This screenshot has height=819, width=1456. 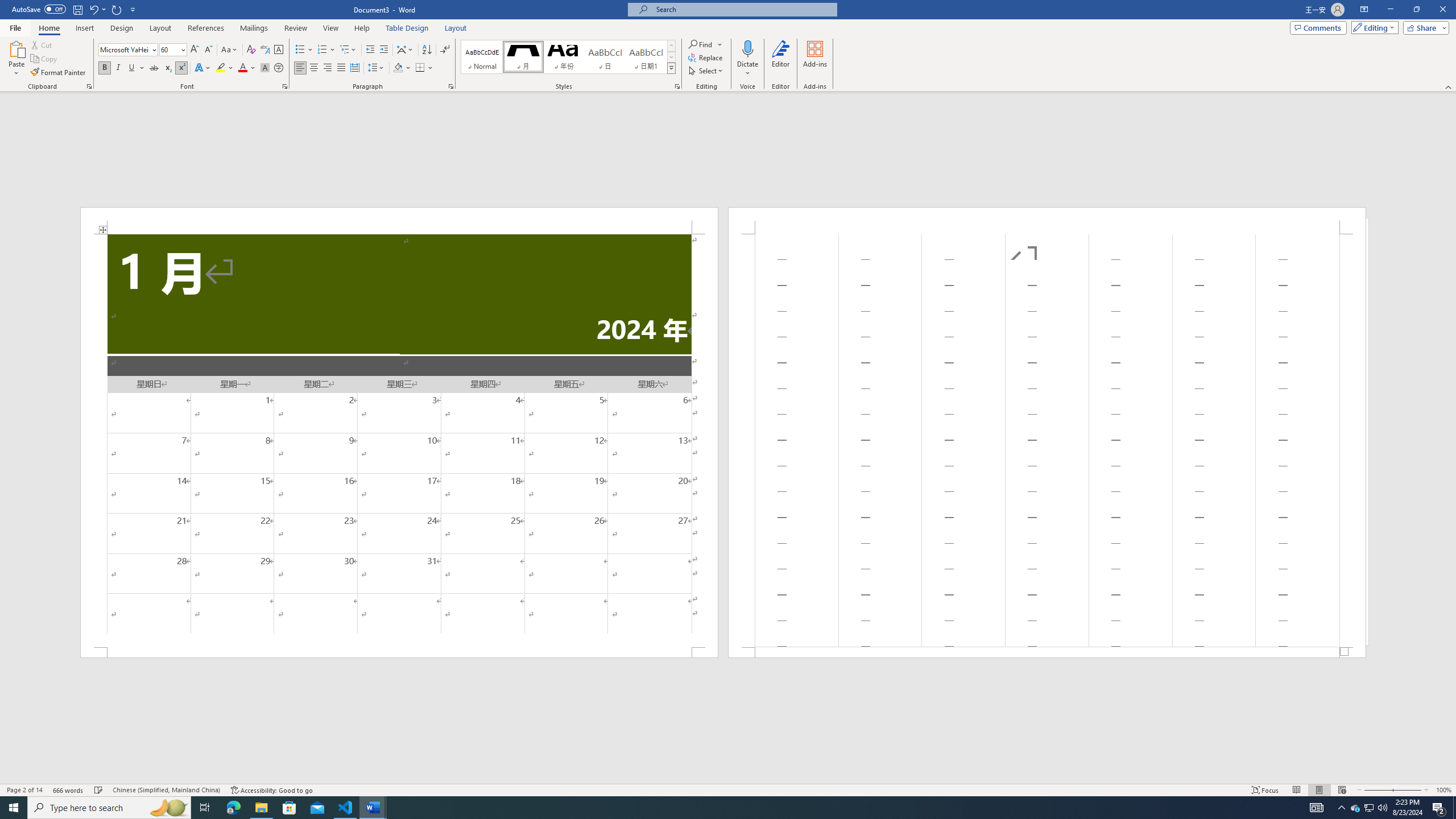 What do you see at coordinates (1389, 9) in the screenshot?
I see `'Minimize'` at bounding box center [1389, 9].